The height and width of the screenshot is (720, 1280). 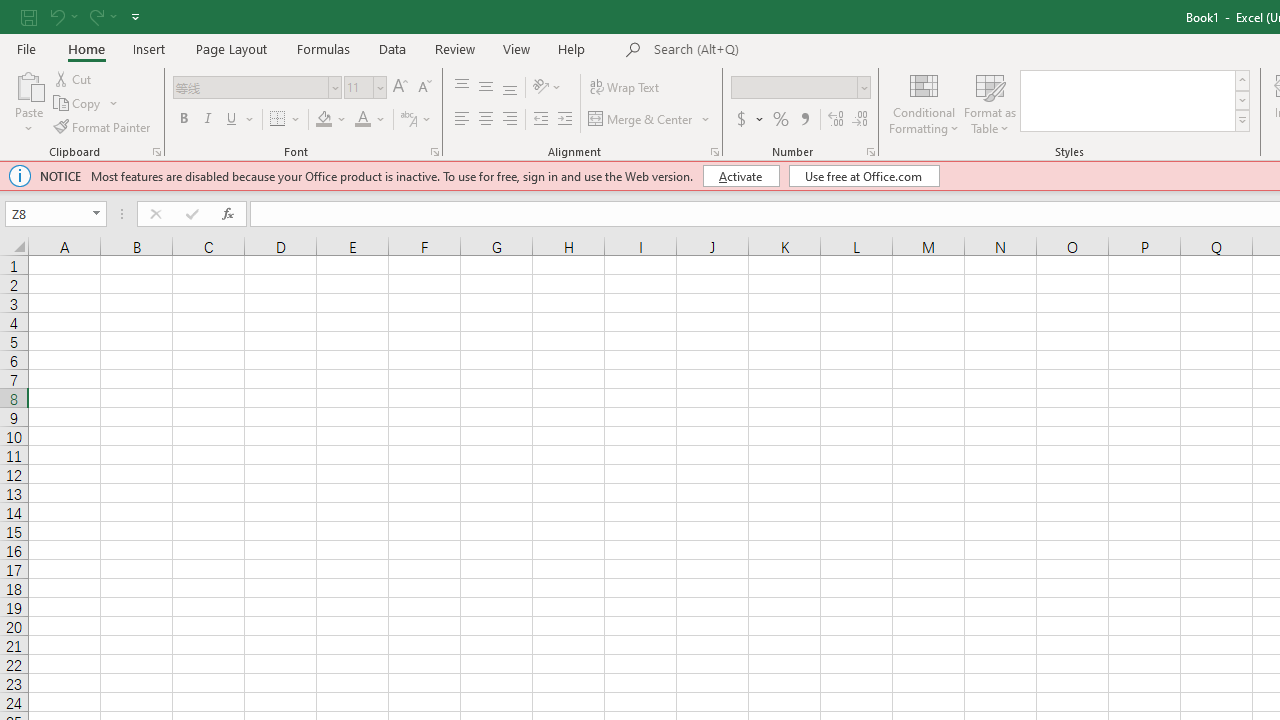 I want to click on 'Conditional Formatting', so click(x=923, y=103).